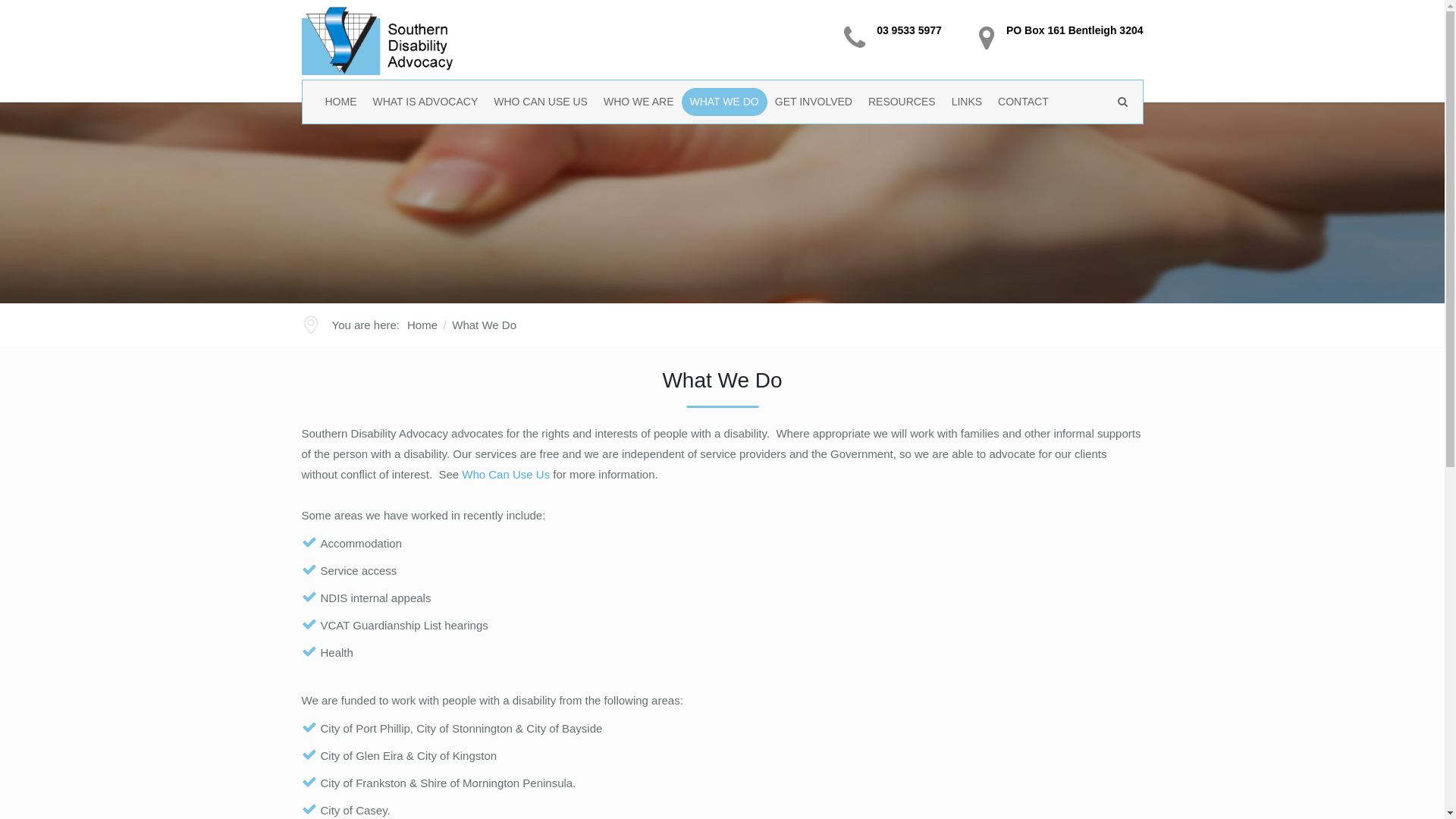 The image size is (1456, 819). What do you see at coordinates (425, 102) in the screenshot?
I see `'WHAT IS ADVOCACY'` at bounding box center [425, 102].